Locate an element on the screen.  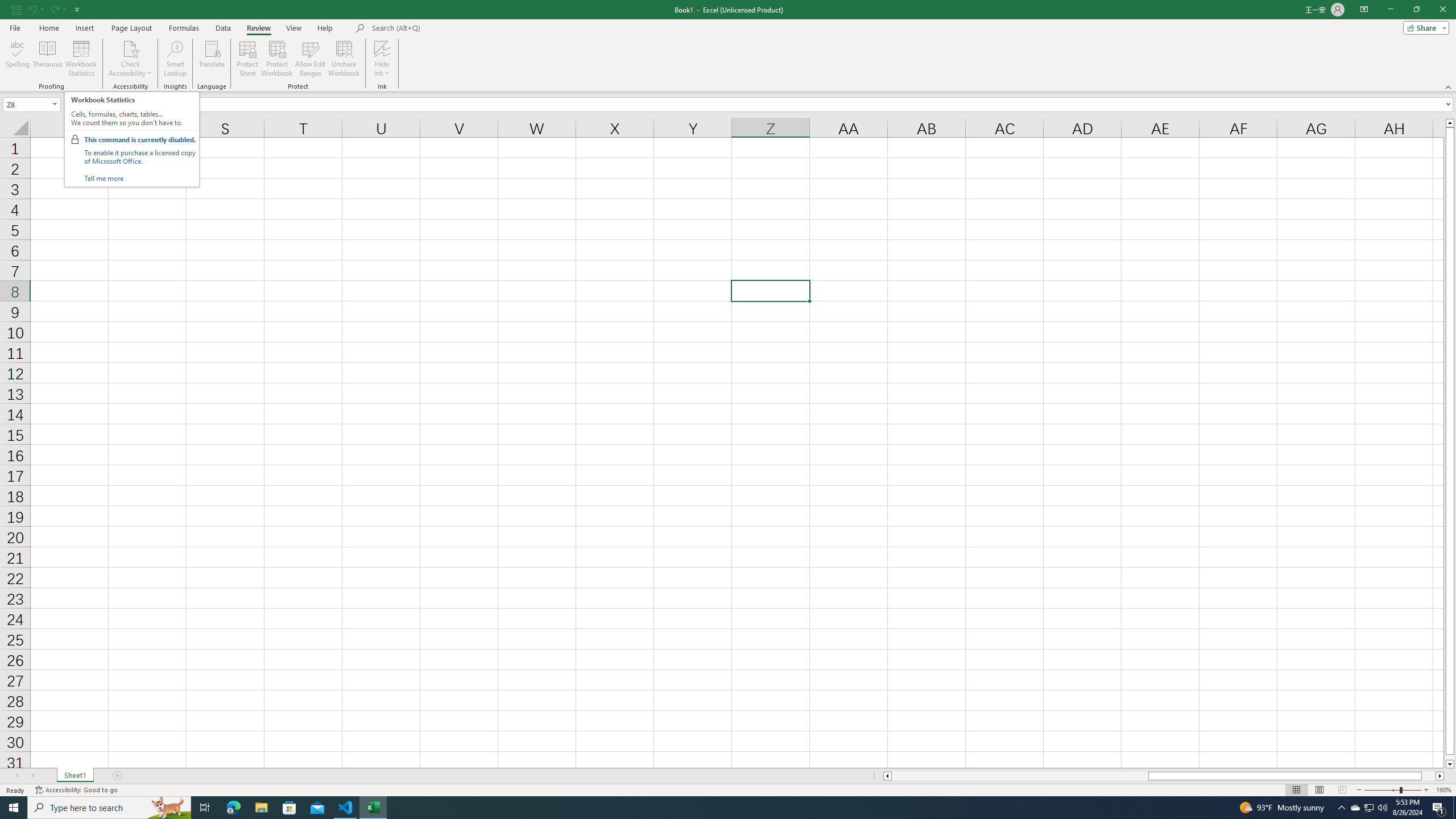
'Translate' is located at coordinates (211, 59).